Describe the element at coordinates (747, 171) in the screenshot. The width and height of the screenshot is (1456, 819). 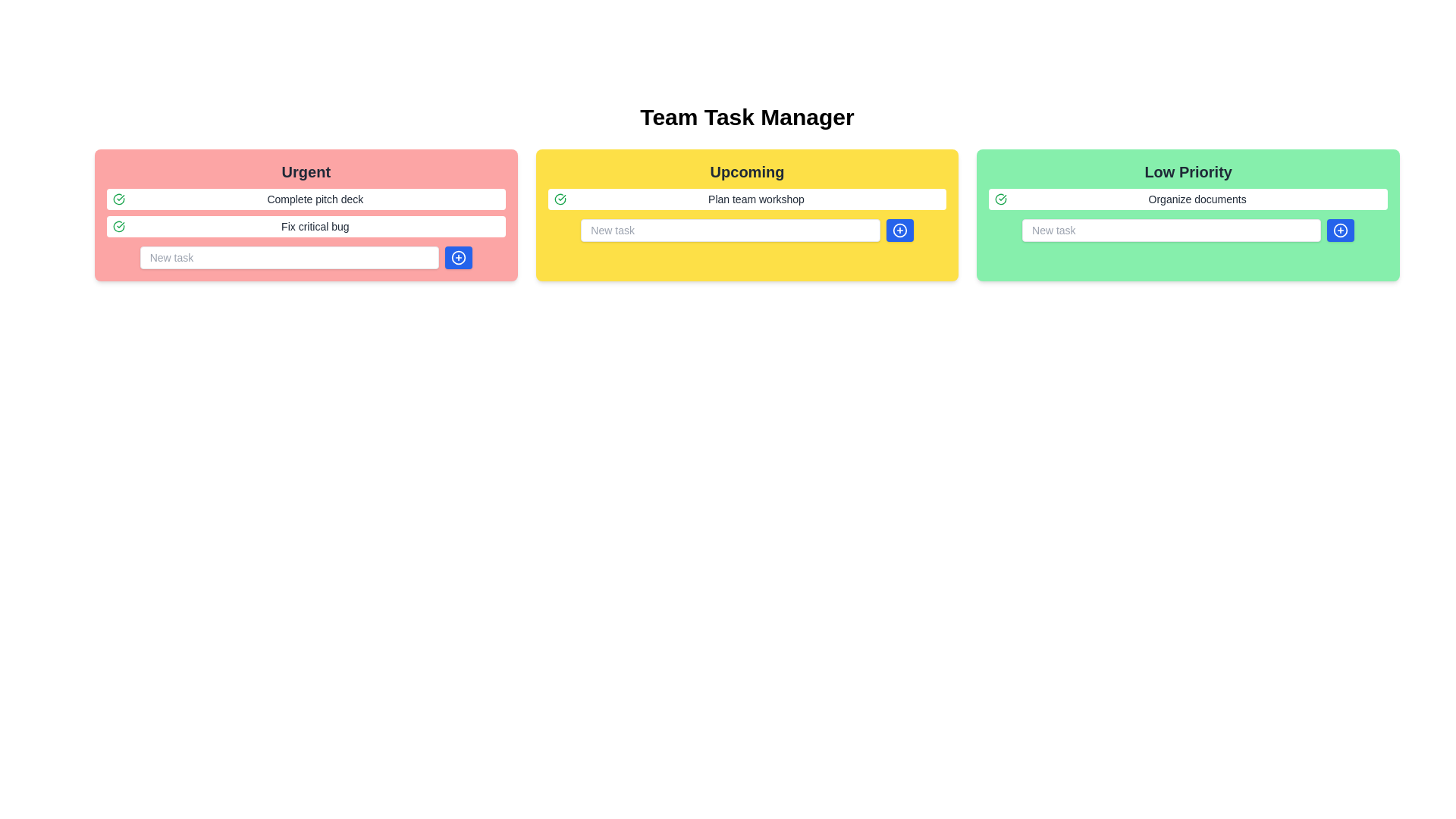
I see `the 'Upcoming' title text label located at the top section of the yellow background card, which is positioned in the center of a tri-column layout` at that location.